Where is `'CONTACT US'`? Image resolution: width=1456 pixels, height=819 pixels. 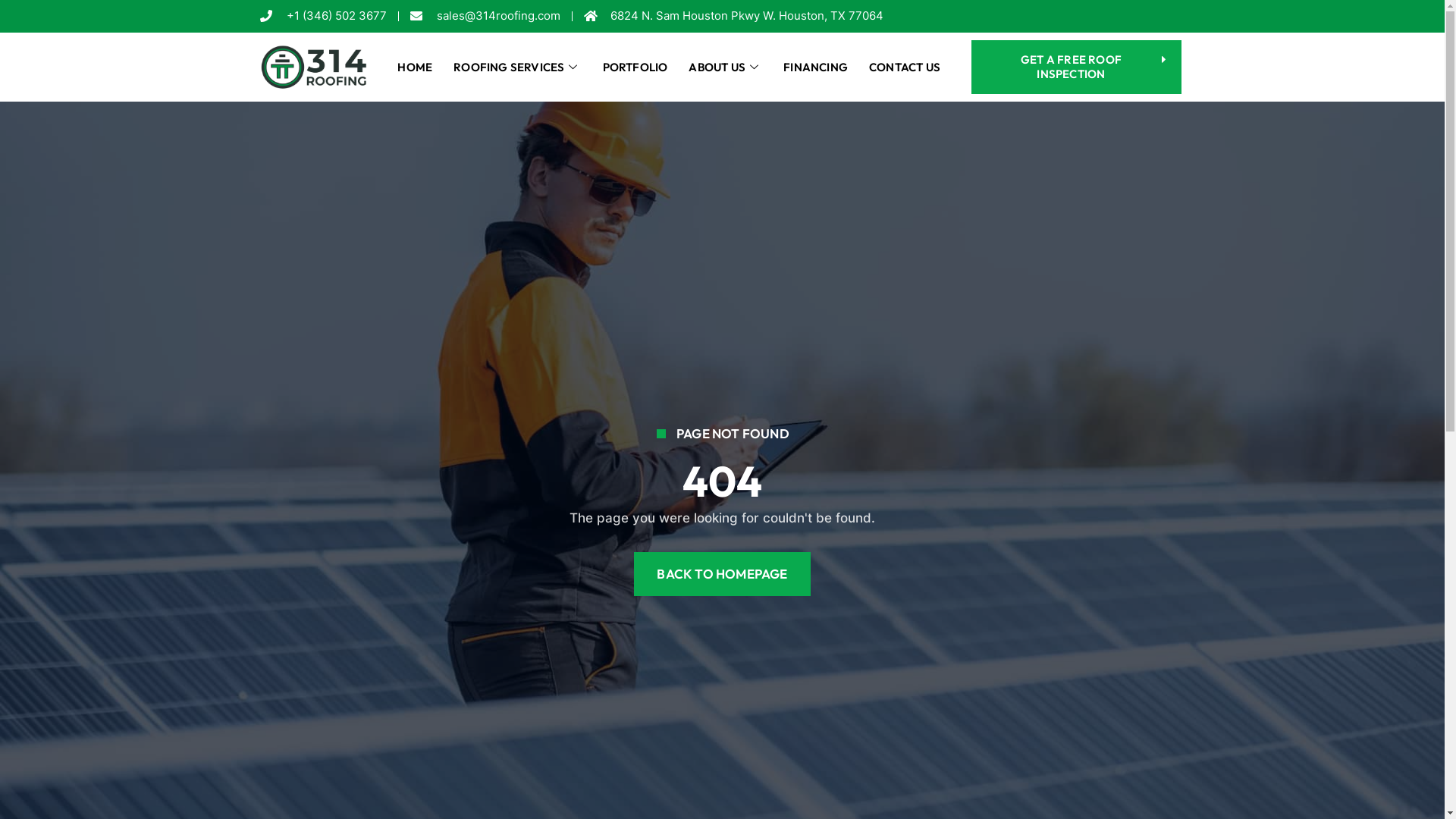 'CONTACT US' is located at coordinates (905, 66).